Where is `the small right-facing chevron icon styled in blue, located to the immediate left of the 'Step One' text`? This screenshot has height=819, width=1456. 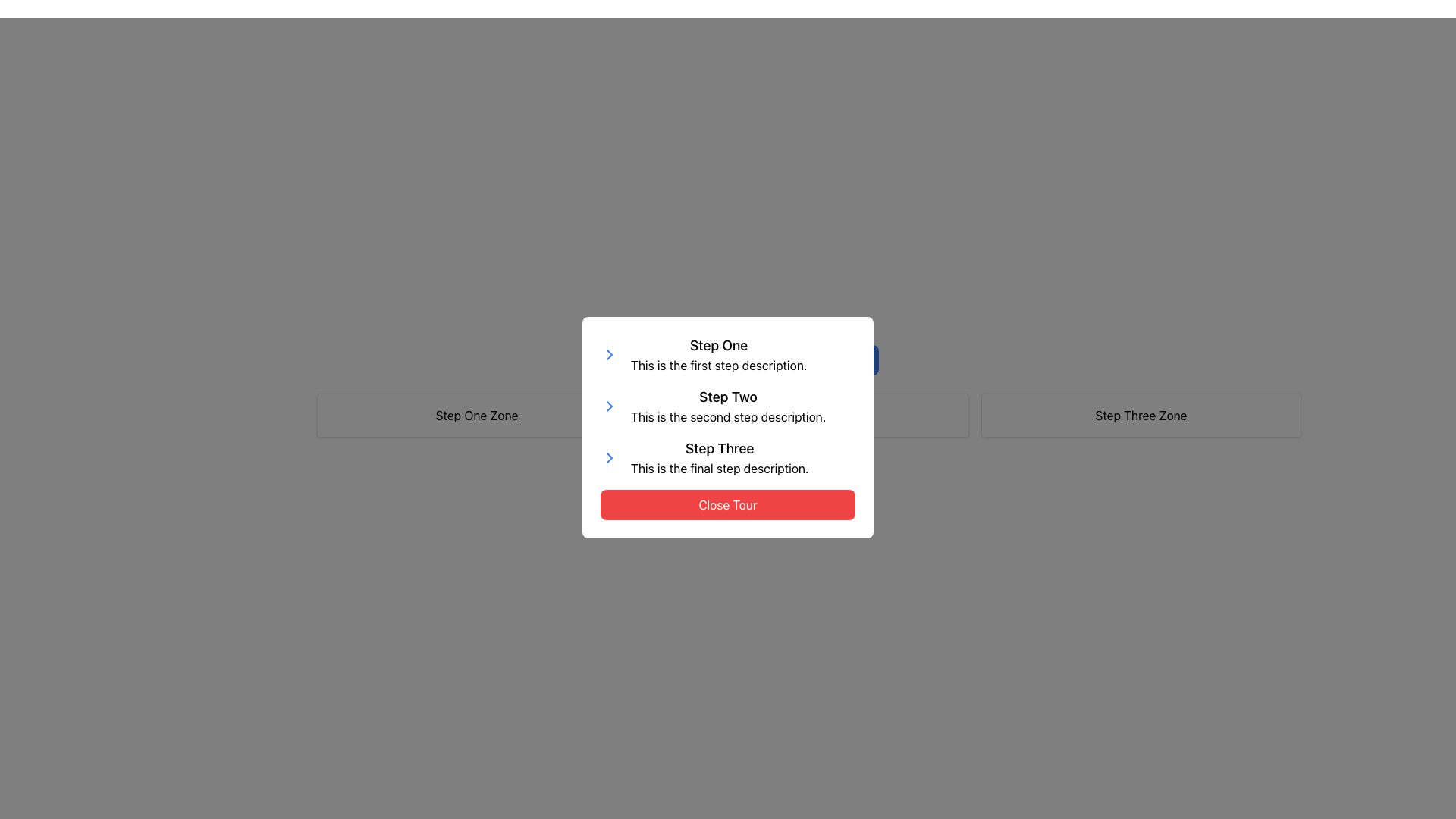
the small right-facing chevron icon styled in blue, located to the immediate left of the 'Step One' text is located at coordinates (610, 354).